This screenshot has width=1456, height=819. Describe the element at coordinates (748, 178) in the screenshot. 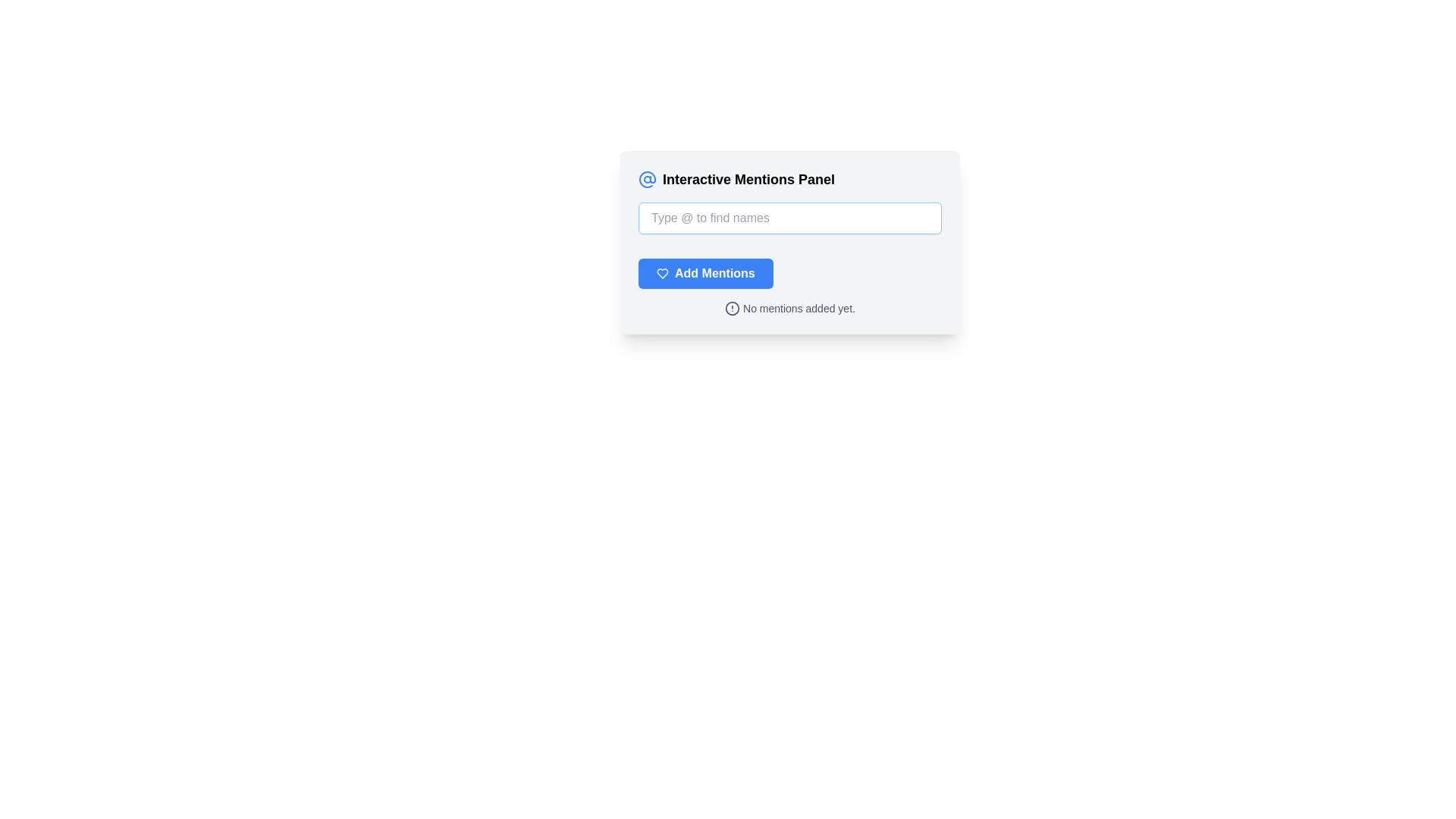

I see `the Text Label element displaying 'Interactive Mentions Panel', which is prominently positioned above the input field and centered in the interface` at that location.